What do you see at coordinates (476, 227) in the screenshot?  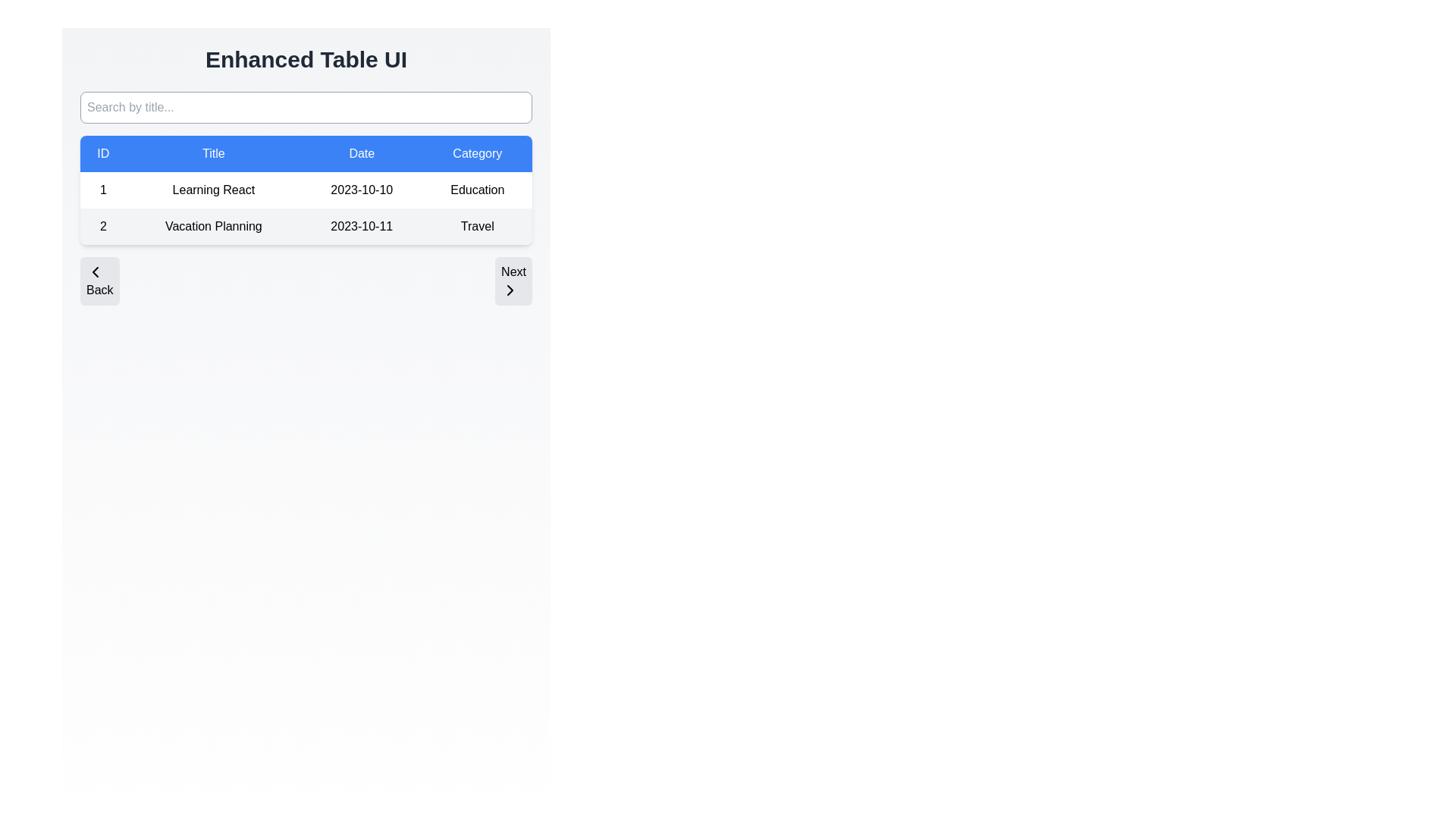 I see `the static text element displaying 'Travel', which is styled in black sans-serif font and located in the third column of the second row under the 'Category' header` at bounding box center [476, 227].